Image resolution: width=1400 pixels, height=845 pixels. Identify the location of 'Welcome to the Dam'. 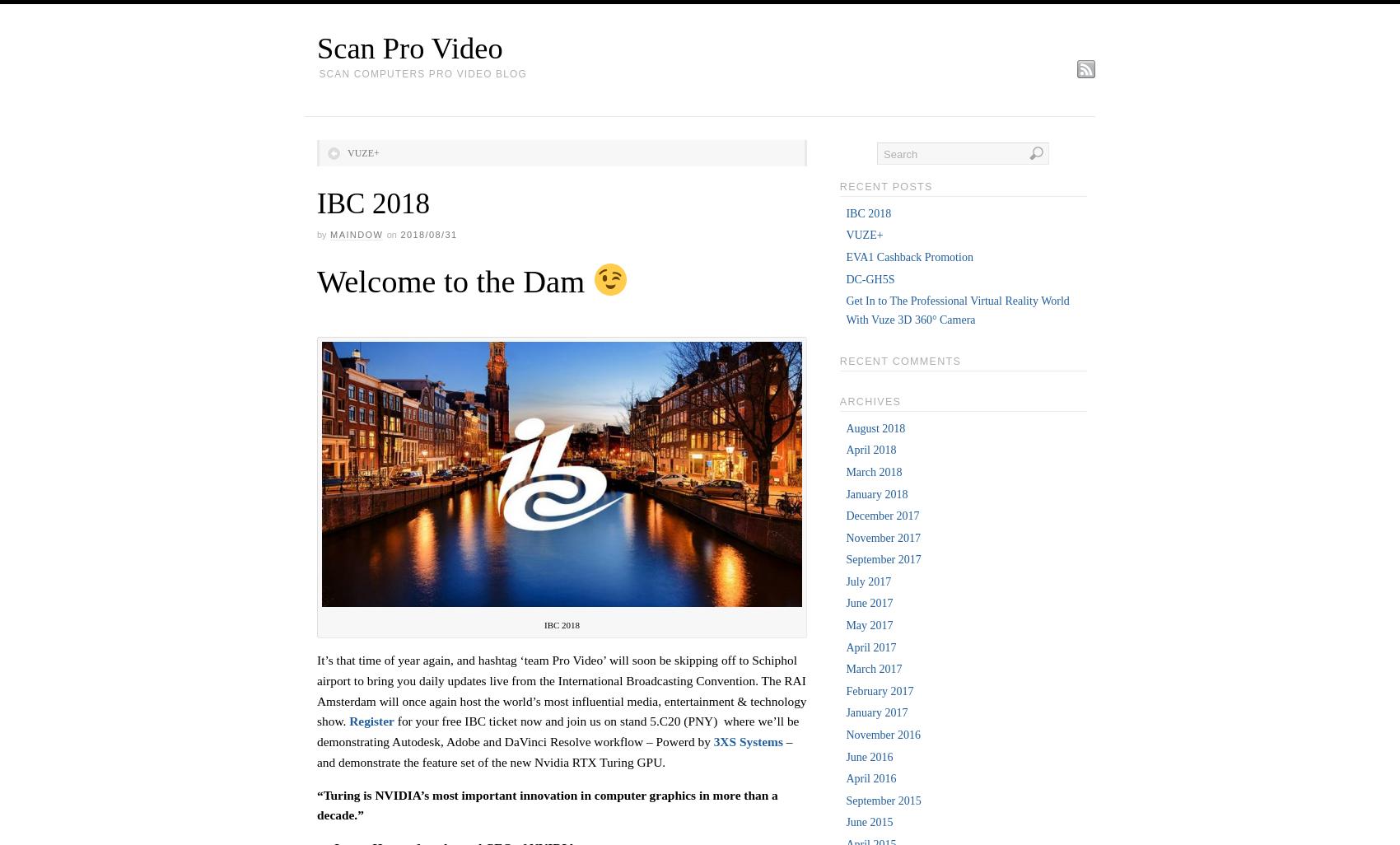
(453, 281).